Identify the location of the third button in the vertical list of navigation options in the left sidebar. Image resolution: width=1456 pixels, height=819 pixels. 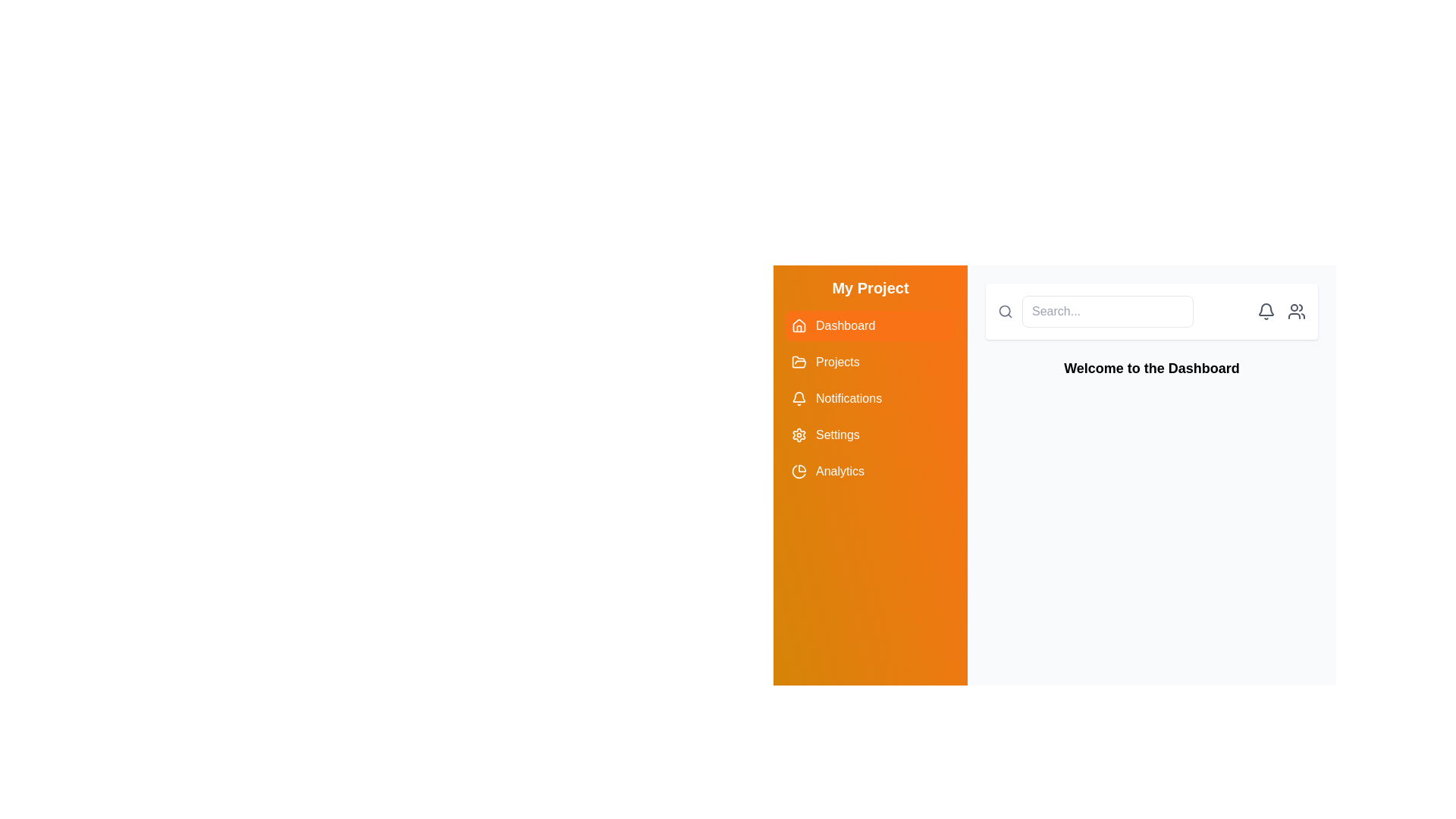
(870, 397).